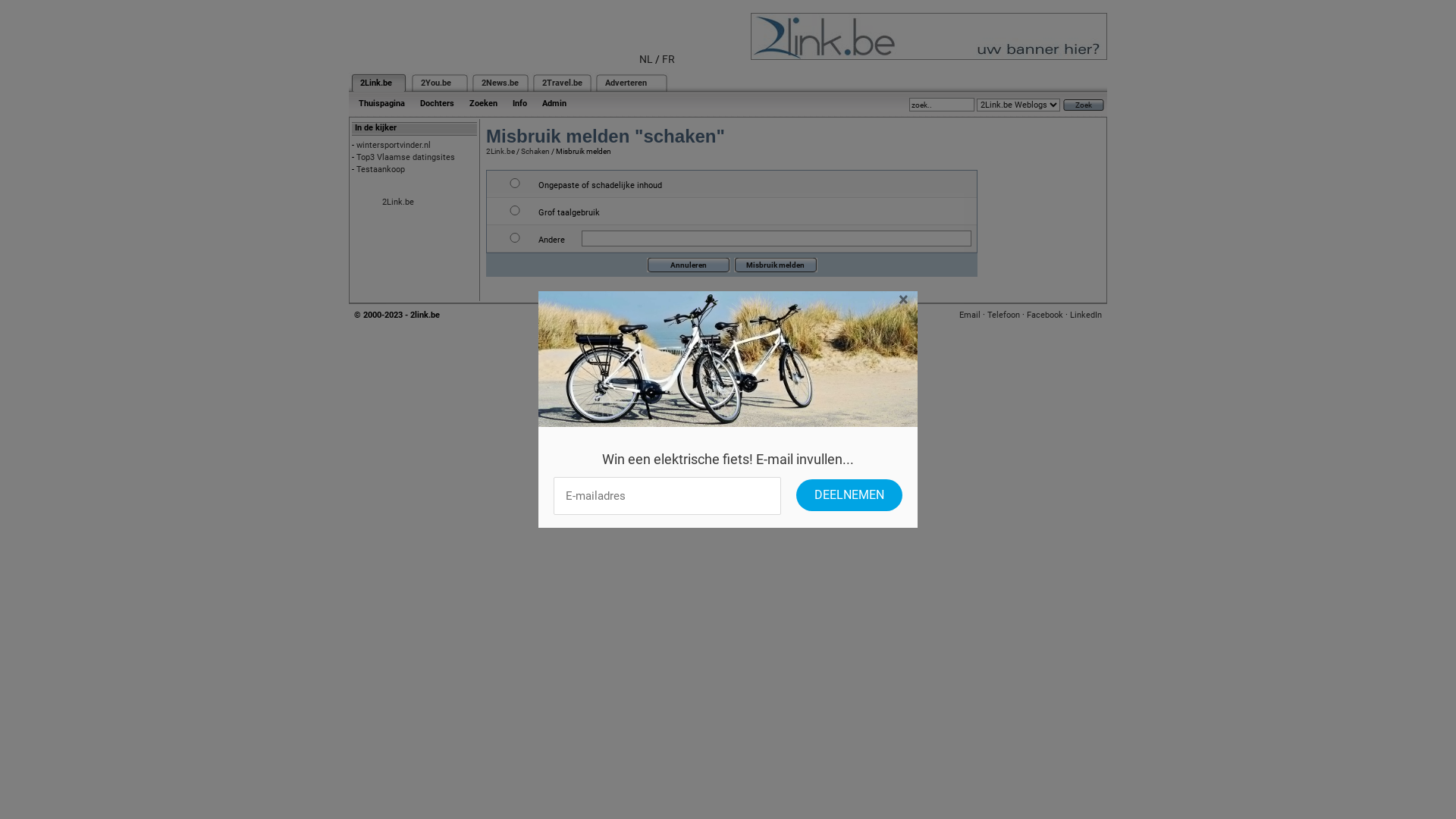 This screenshot has width=1456, height=819. Describe the element at coordinates (604, 83) in the screenshot. I see `'Adverteren'` at that location.